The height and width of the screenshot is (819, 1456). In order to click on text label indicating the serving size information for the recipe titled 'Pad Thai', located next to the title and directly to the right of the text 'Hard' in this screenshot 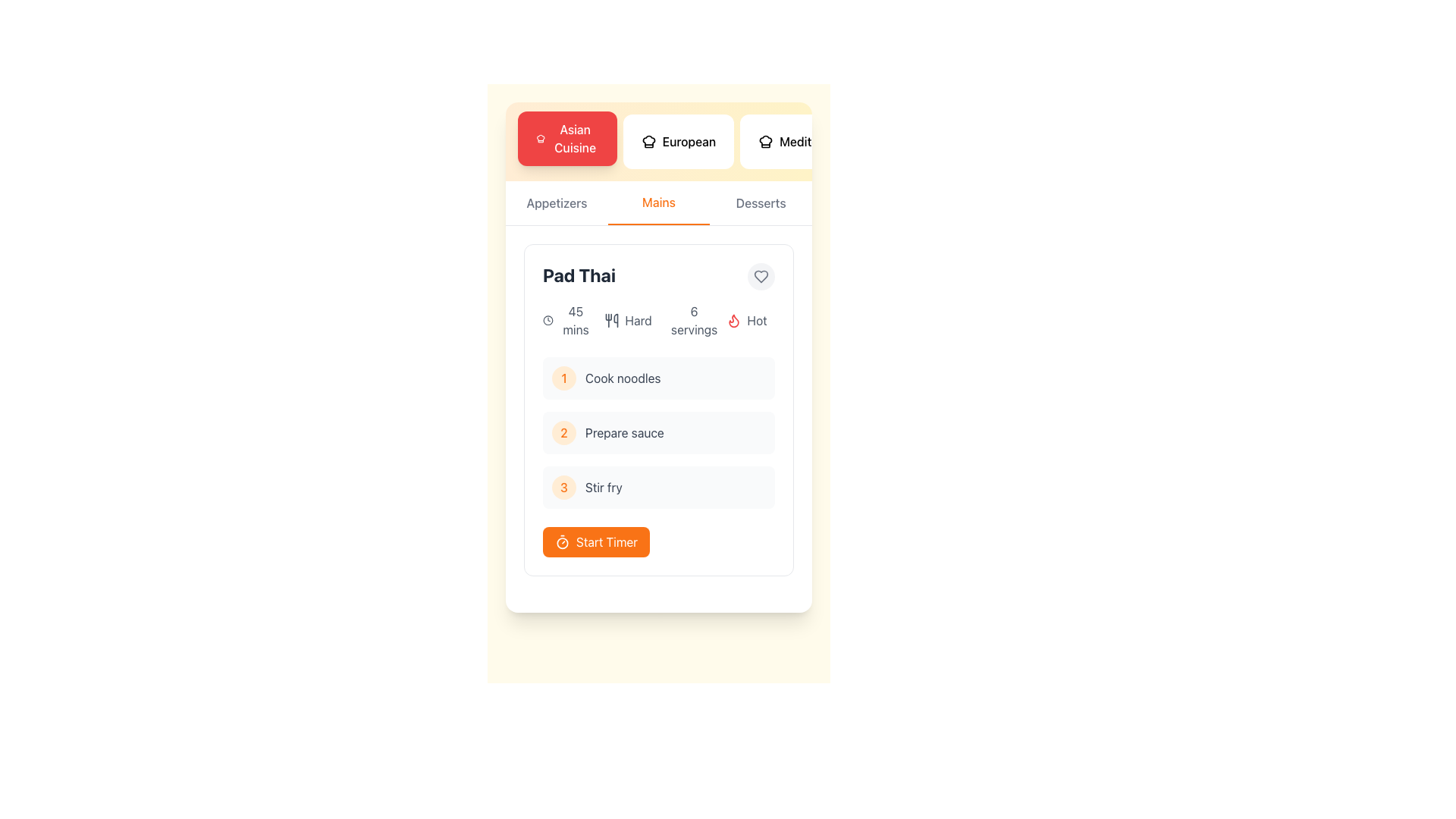, I will do `click(693, 320)`.